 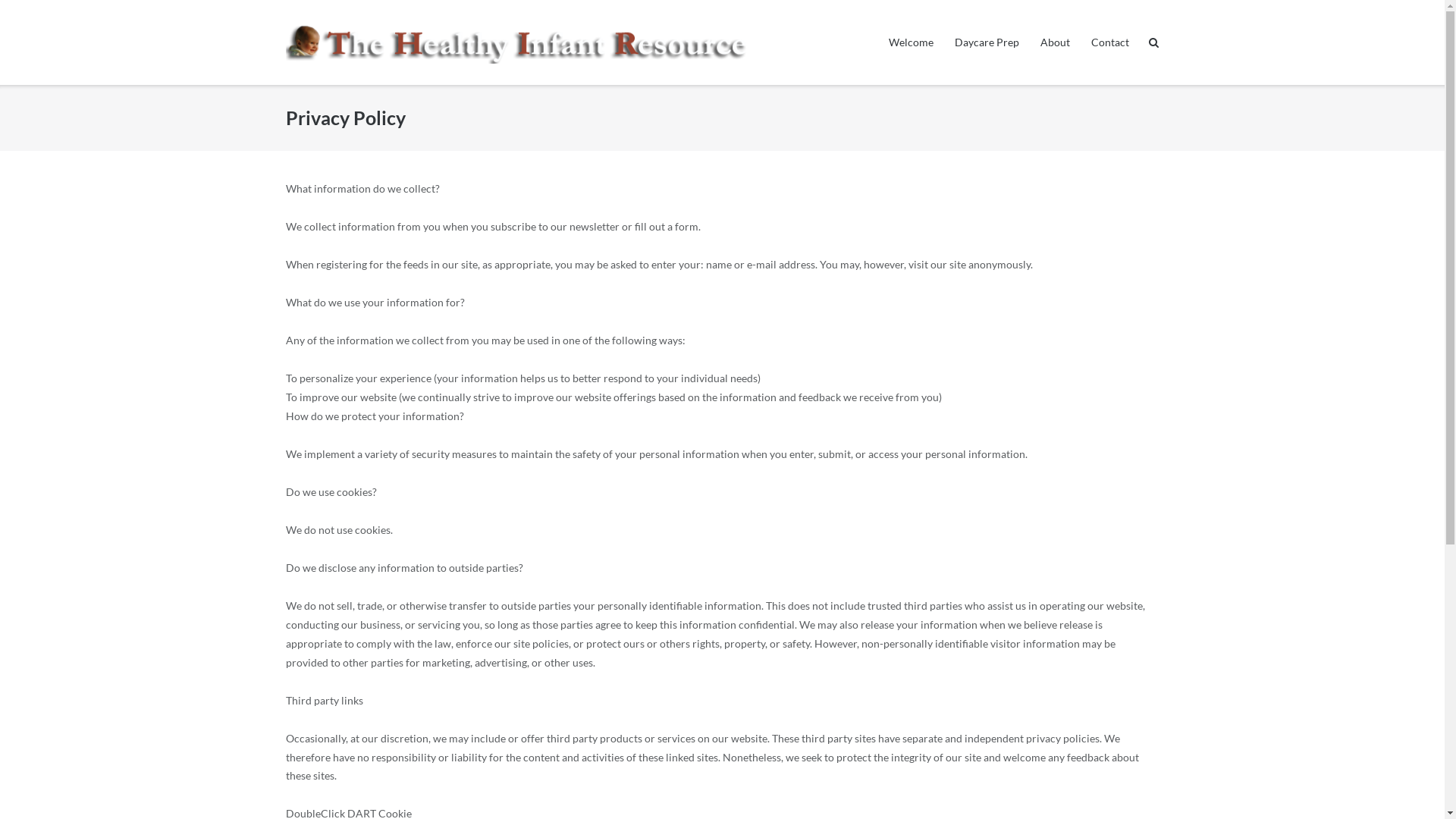 What do you see at coordinates (910, 42) in the screenshot?
I see `'Welcome'` at bounding box center [910, 42].